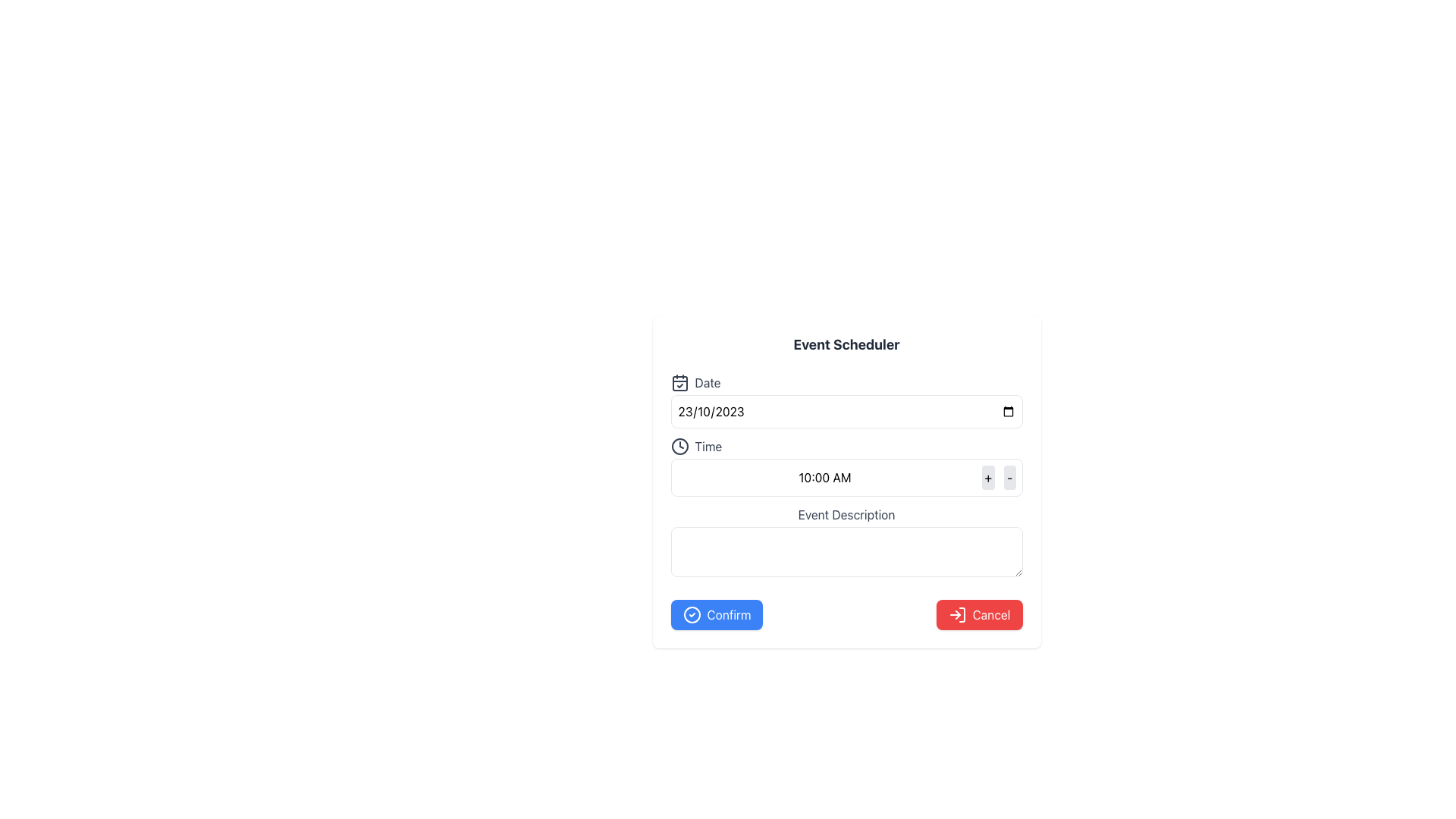  Describe the element at coordinates (691, 614) in the screenshot. I see `the 'Confirm' button by clicking on the circular checkmark icon located on its left side` at that location.